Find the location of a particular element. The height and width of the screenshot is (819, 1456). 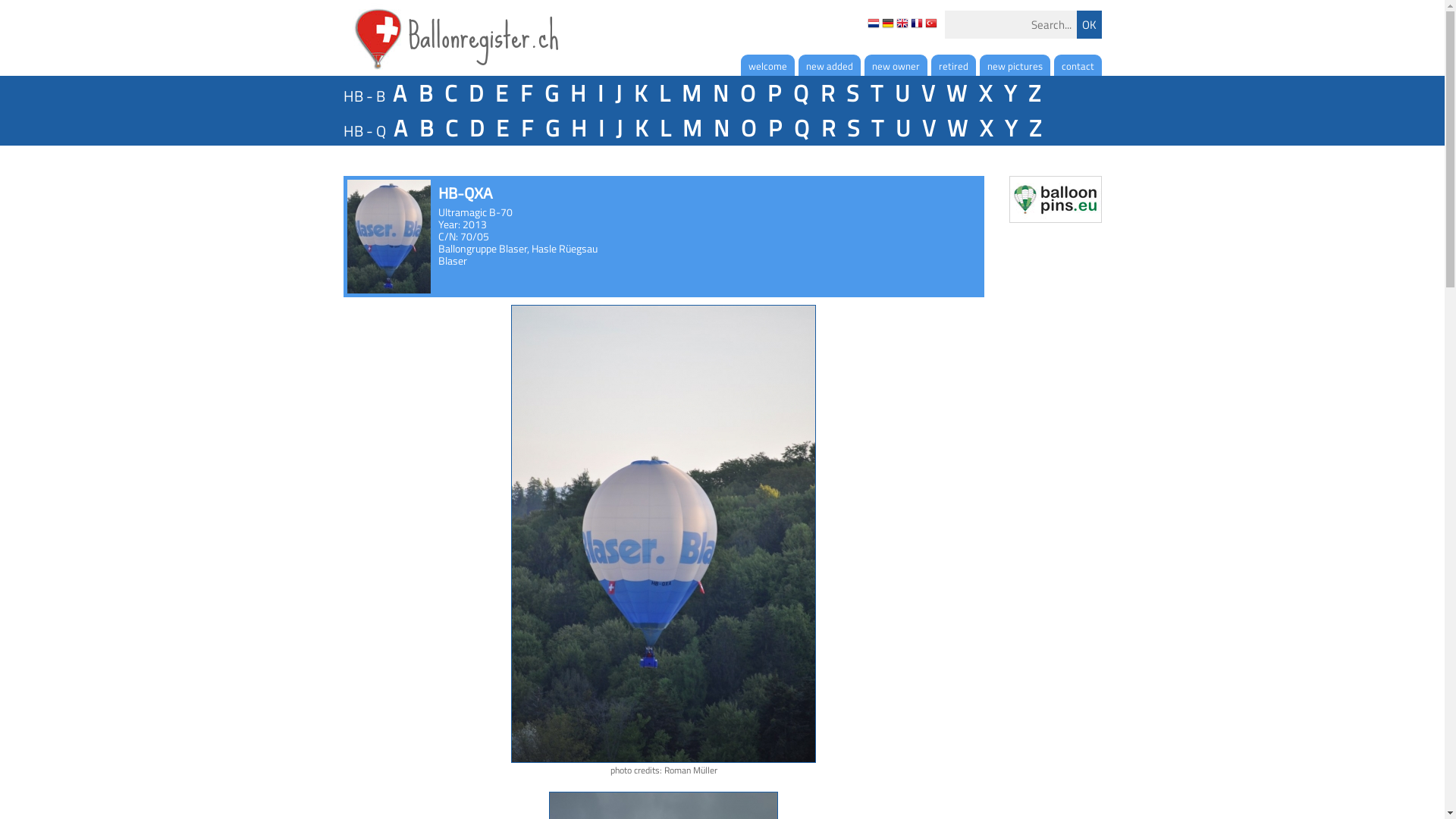

'E' is located at coordinates (502, 127).